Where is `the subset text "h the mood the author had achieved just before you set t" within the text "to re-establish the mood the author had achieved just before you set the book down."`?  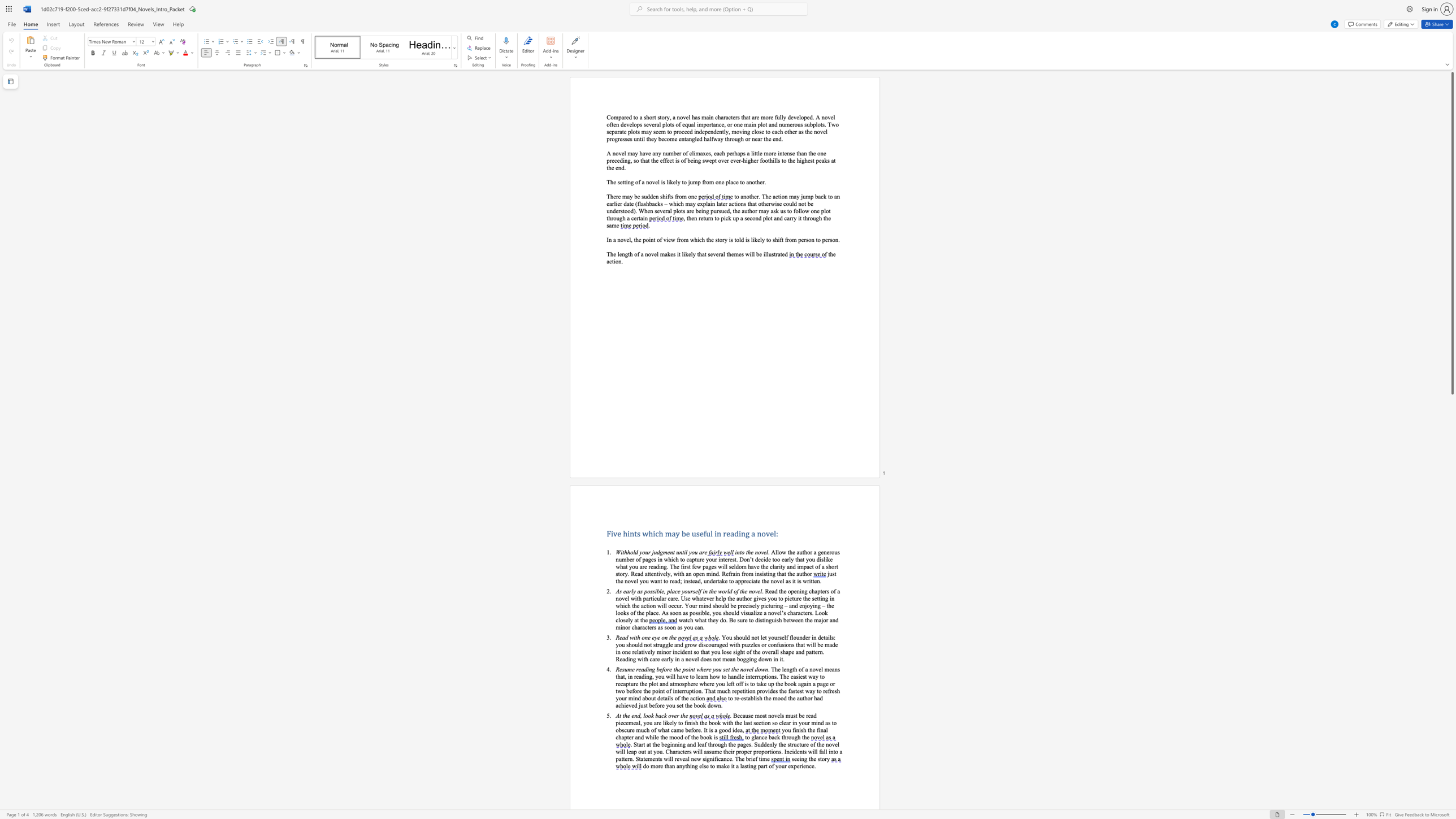 the subset text "h the mood the author had achieved just before you set t" within the text "to re-establish the mood the author had achieved just before you set the book down." is located at coordinates (759, 697).